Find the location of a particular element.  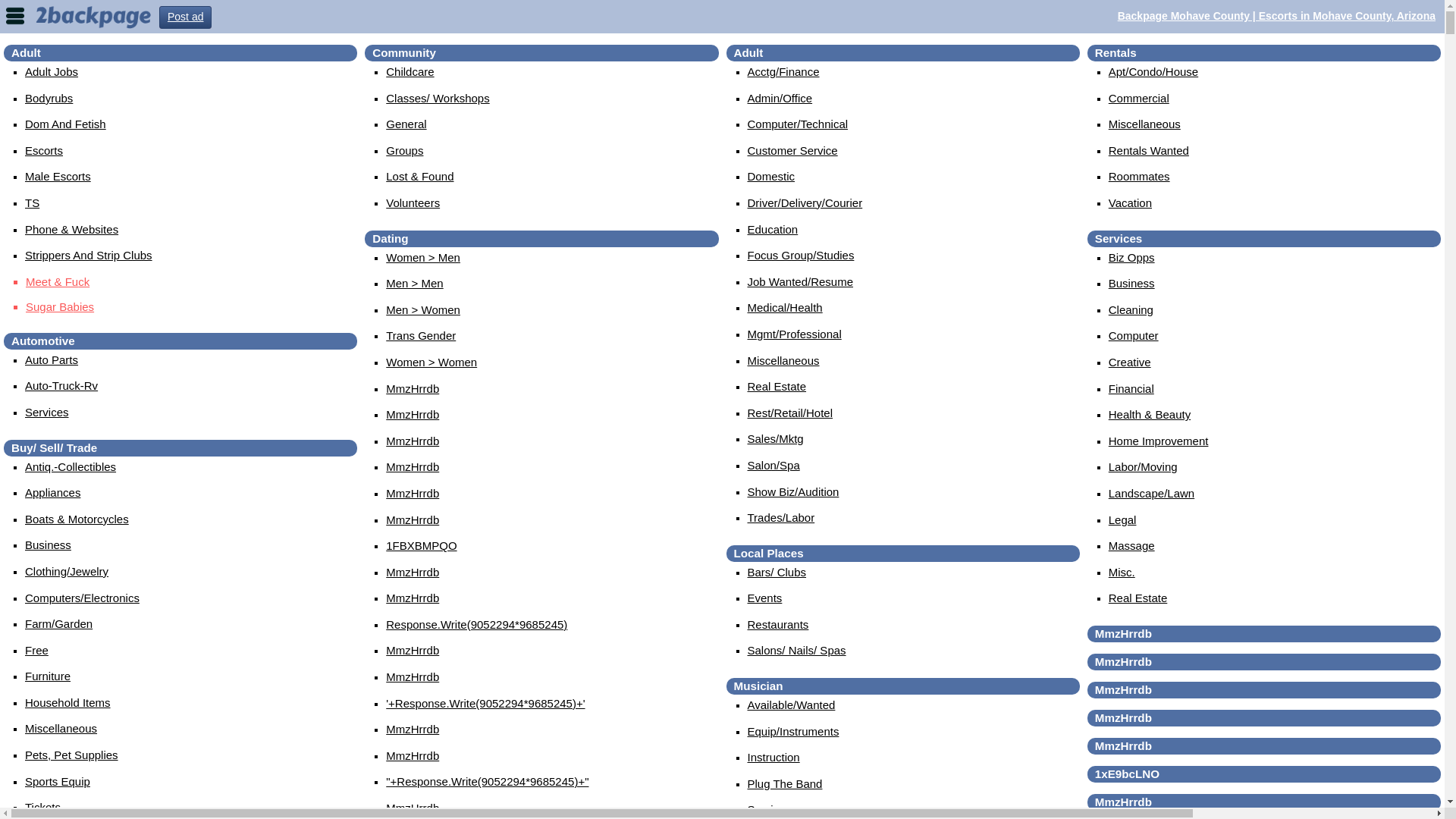

'Job Wanted/Resume' is located at coordinates (800, 281).